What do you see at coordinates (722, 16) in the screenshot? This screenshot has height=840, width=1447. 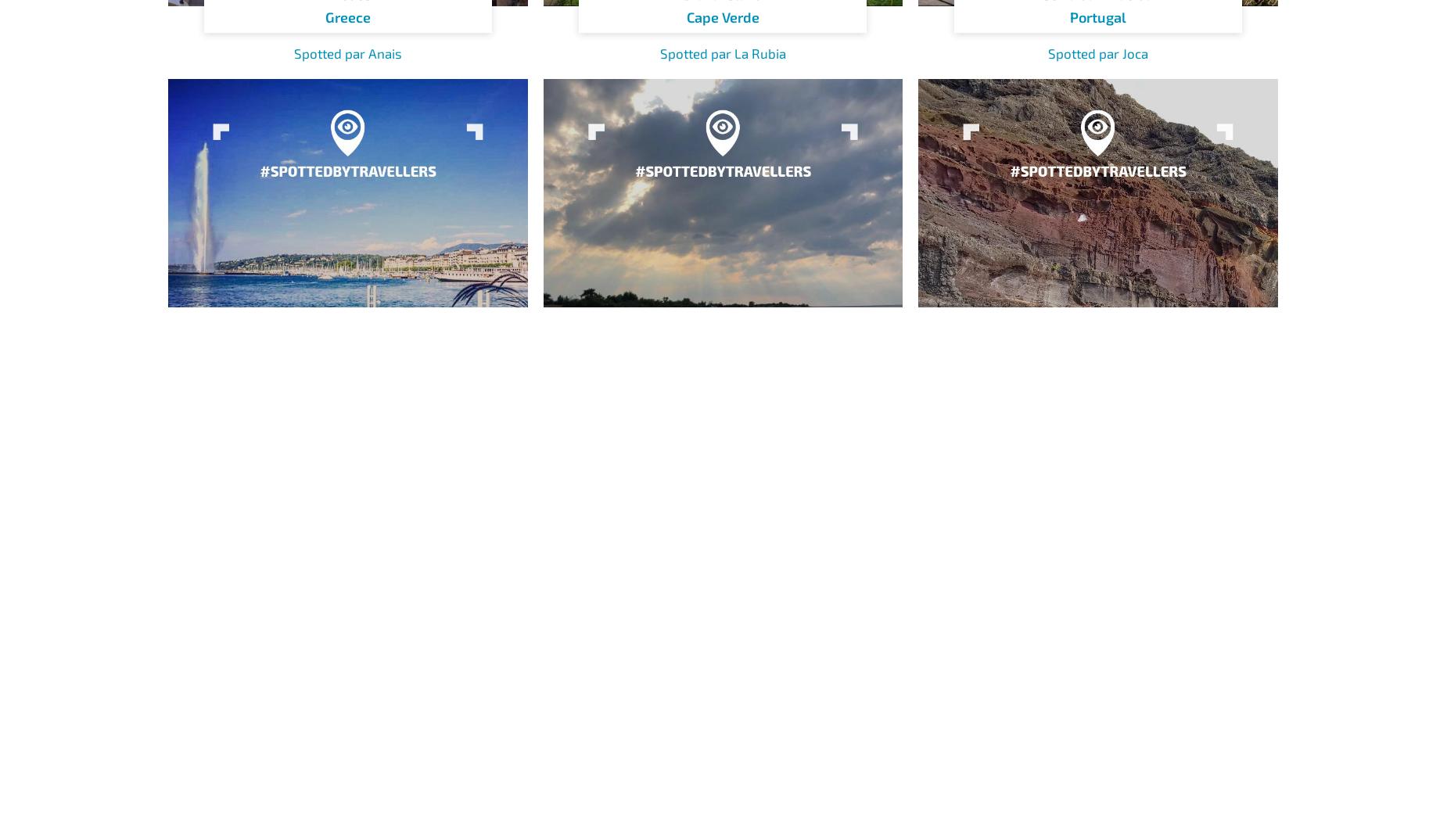 I see `'Cape Verde'` at bounding box center [722, 16].